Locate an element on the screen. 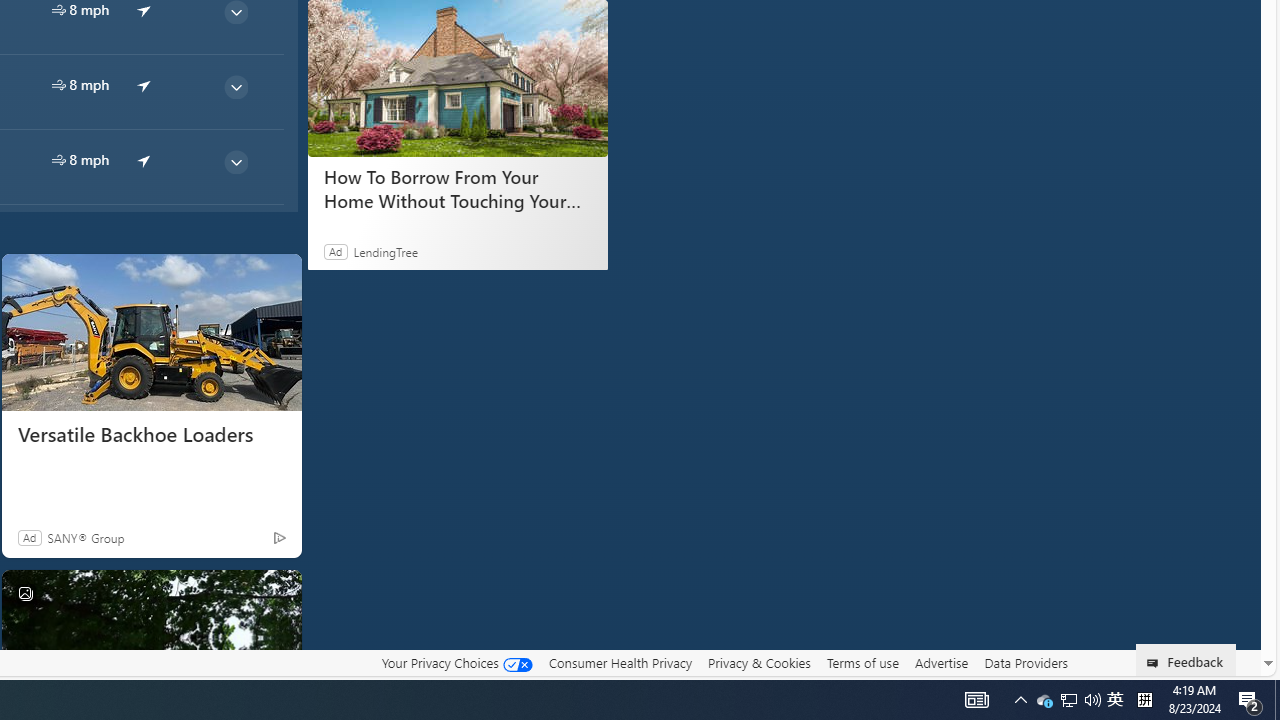  'Your Privacy Choices' is located at coordinates (455, 663).